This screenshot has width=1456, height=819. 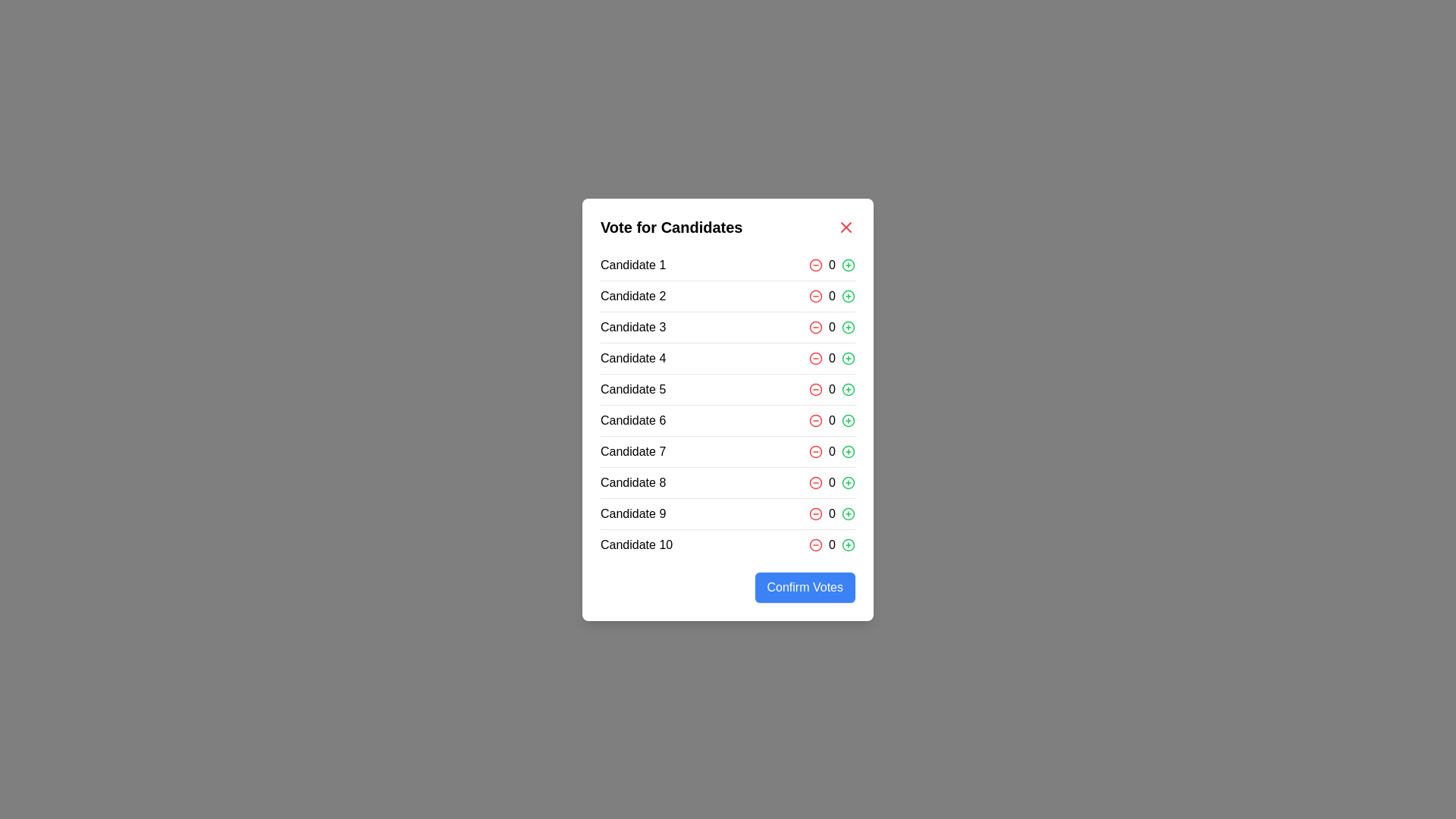 What do you see at coordinates (804, 586) in the screenshot?
I see `'Confirm Votes' button to confirm the votes` at bounding box center [804, 586].